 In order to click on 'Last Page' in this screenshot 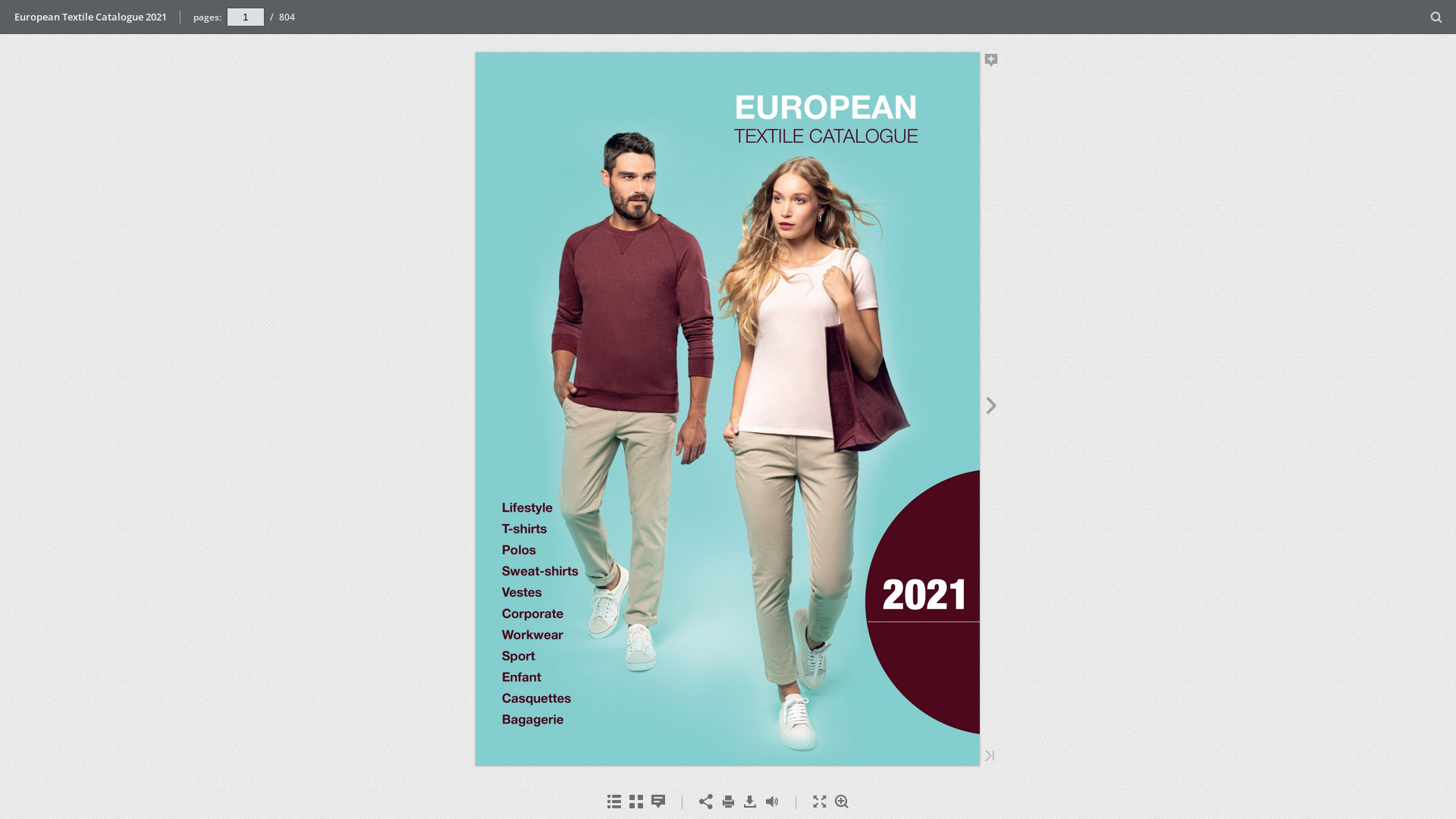, I will do `click(990, 757)`.